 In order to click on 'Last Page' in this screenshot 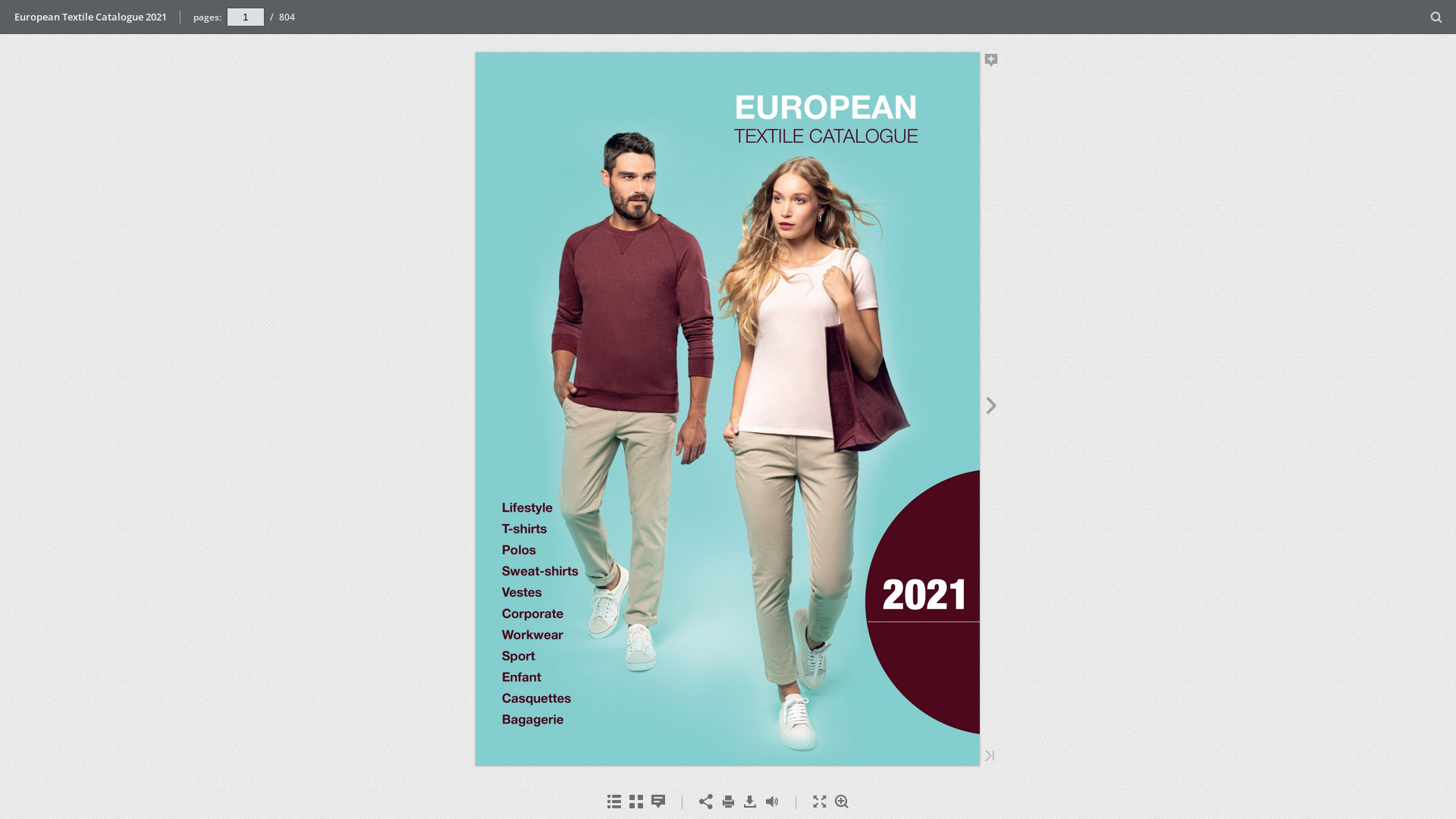, I will do `click(990, 757)`.